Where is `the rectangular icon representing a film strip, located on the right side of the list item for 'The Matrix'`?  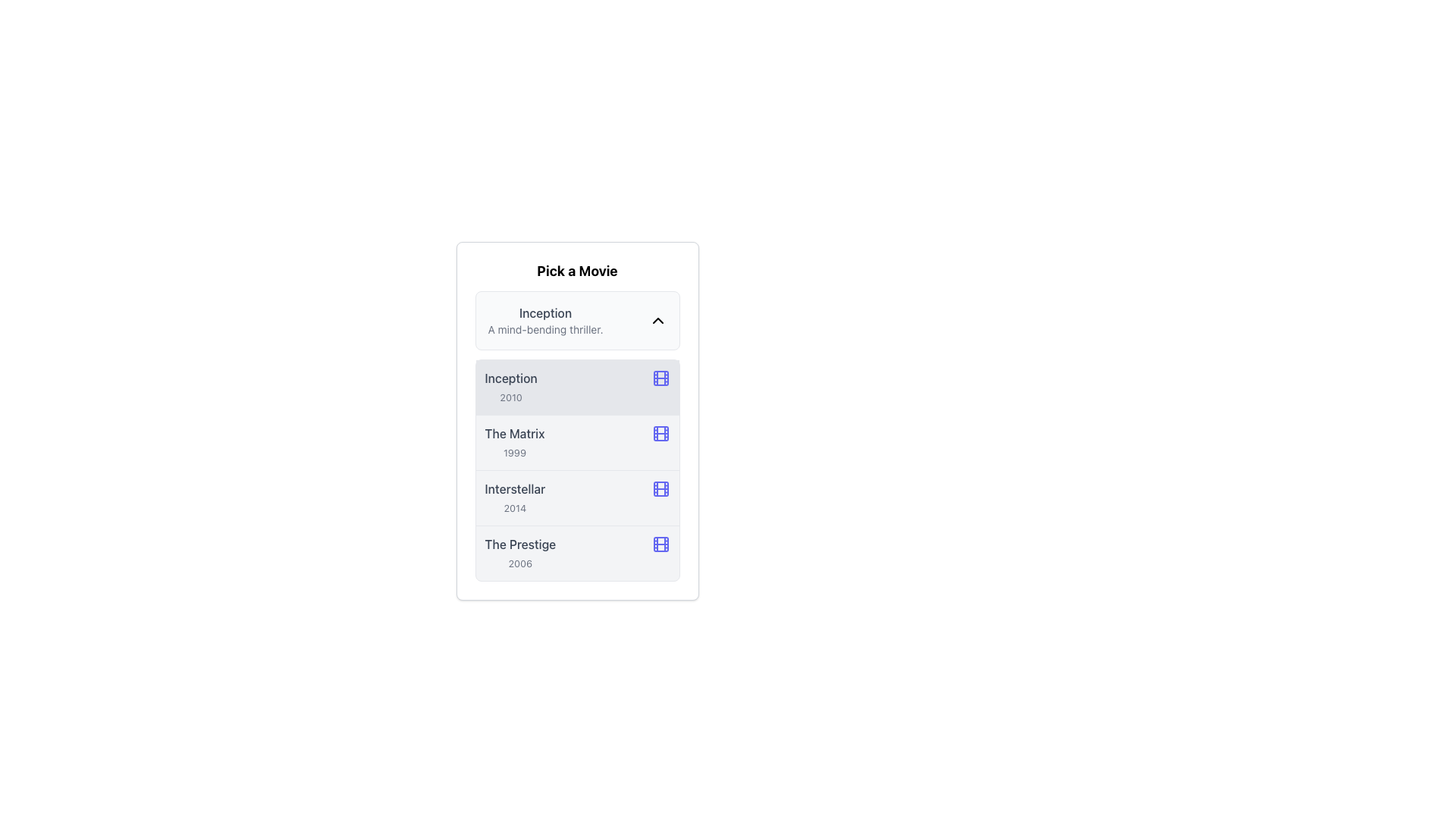 the rectangular icon representing a film strip, located on the right side of the list item for 'The Matrix' is located at coordinates (661, 433).